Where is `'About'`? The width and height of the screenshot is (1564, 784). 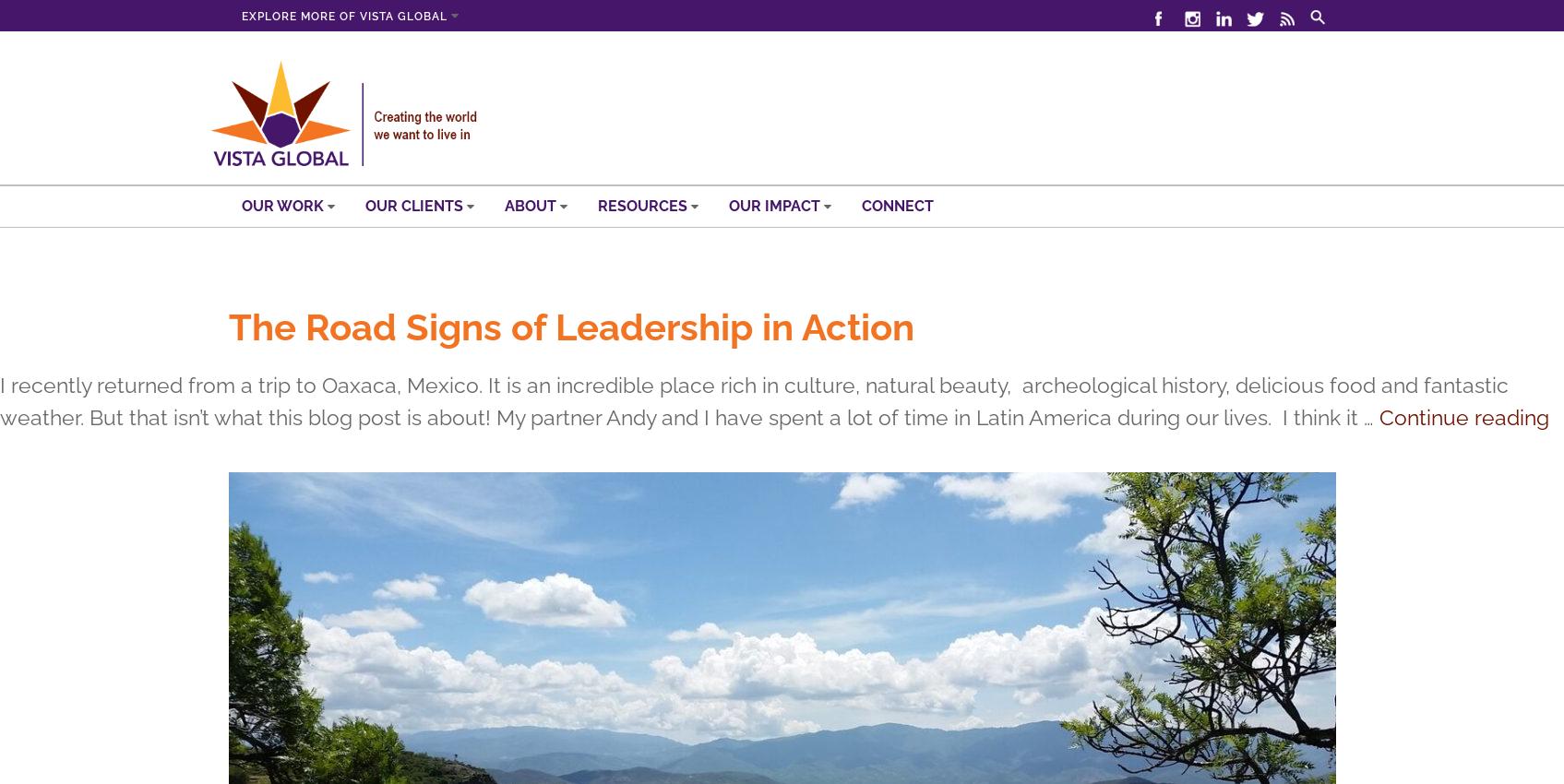 'About' is located at coordinates (531, 205).